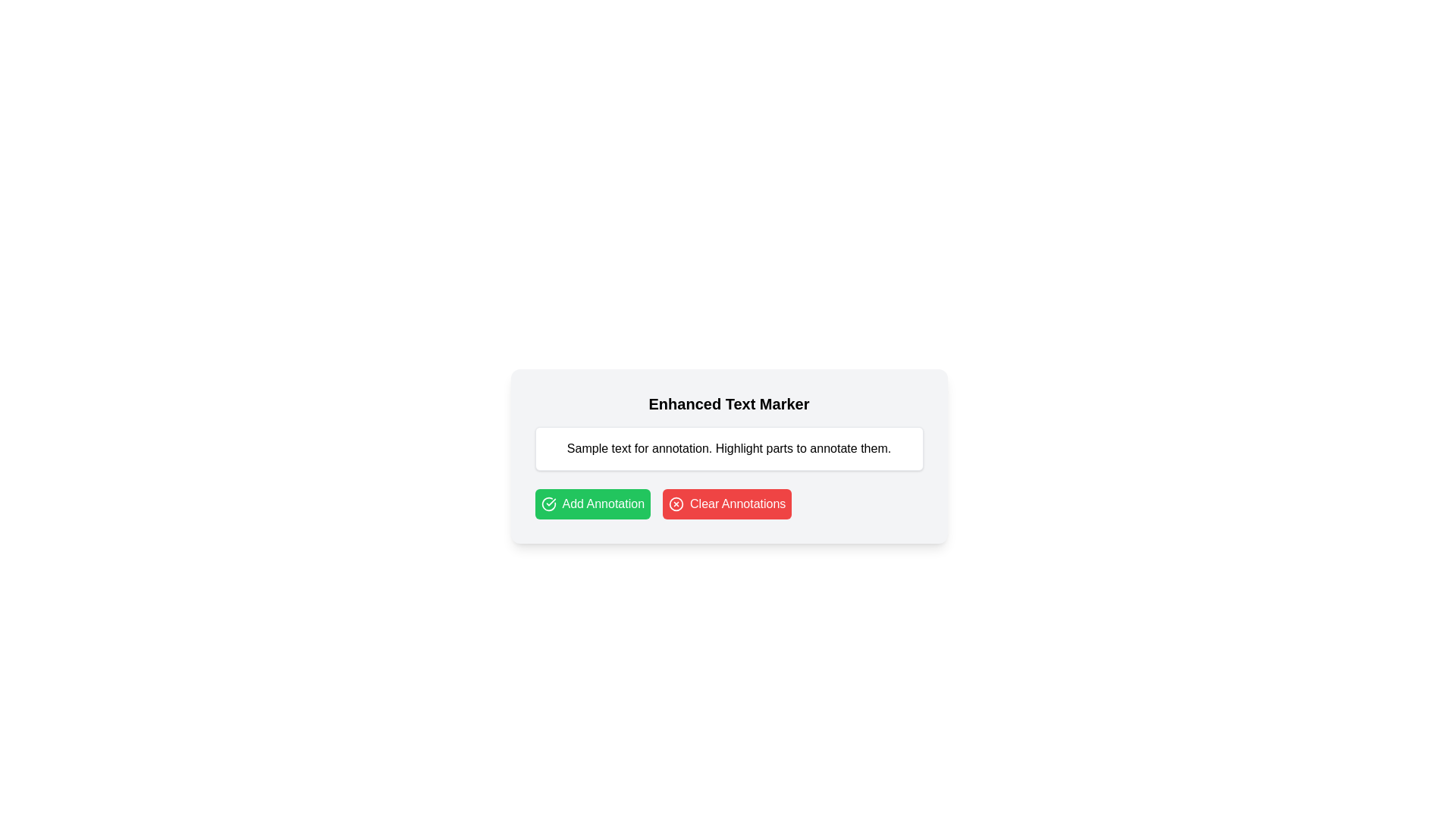 Image resolution: width=1456 pixels, height=819 pixels. What do you see at coordinates (838, 447) in the screenshot?
I see `the second 't' in the word 'annotate' which is part of the text 'Sample text for annotation. Highlight parts to annotate them.'` at bounding box center [838, 447].